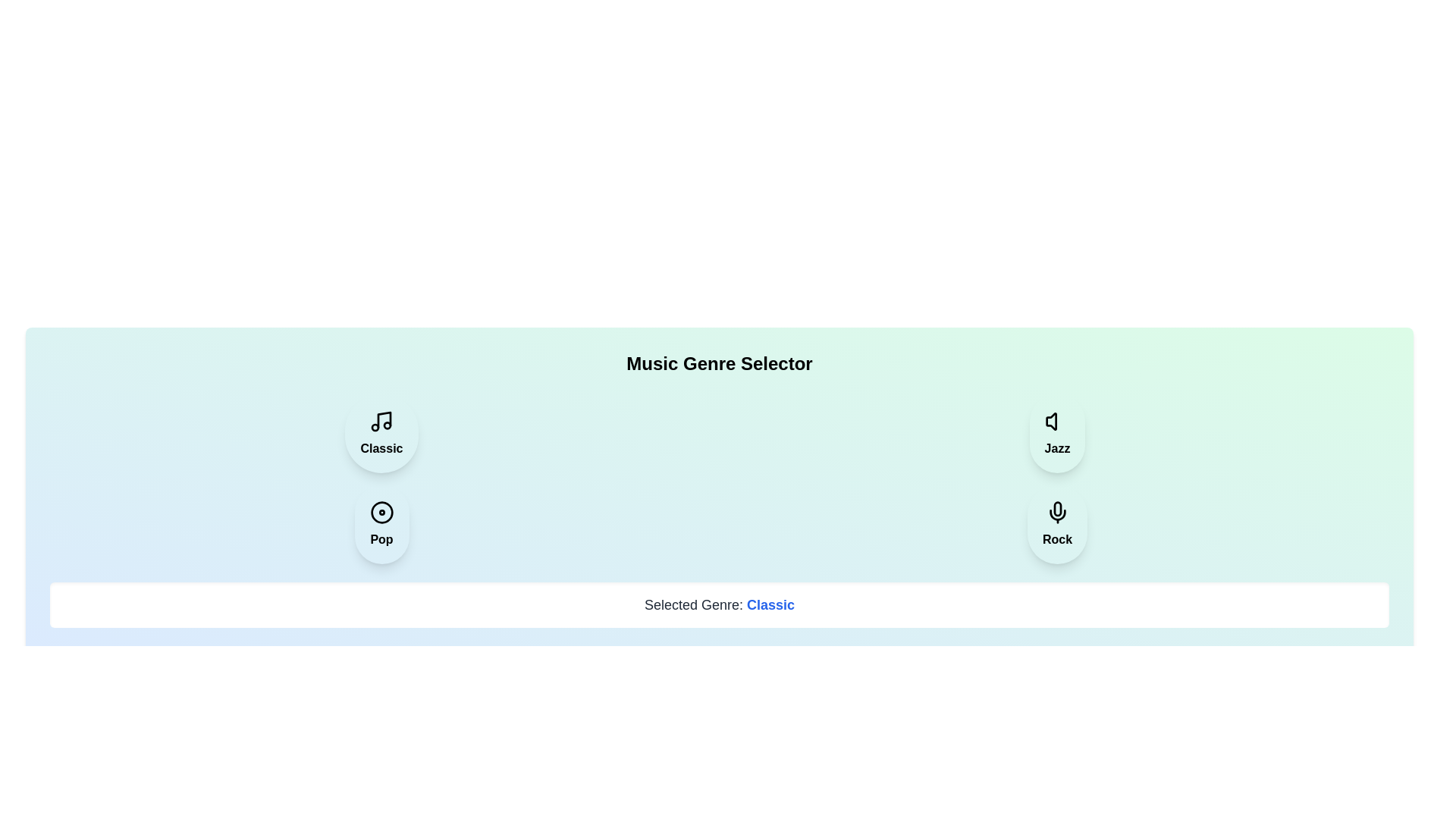 The height and width of the screenshot is (819, 1456). Describe the element at coordinates (1056, 523) in the screenshot. I see `the music genre Rock by clicking its button` at that location.